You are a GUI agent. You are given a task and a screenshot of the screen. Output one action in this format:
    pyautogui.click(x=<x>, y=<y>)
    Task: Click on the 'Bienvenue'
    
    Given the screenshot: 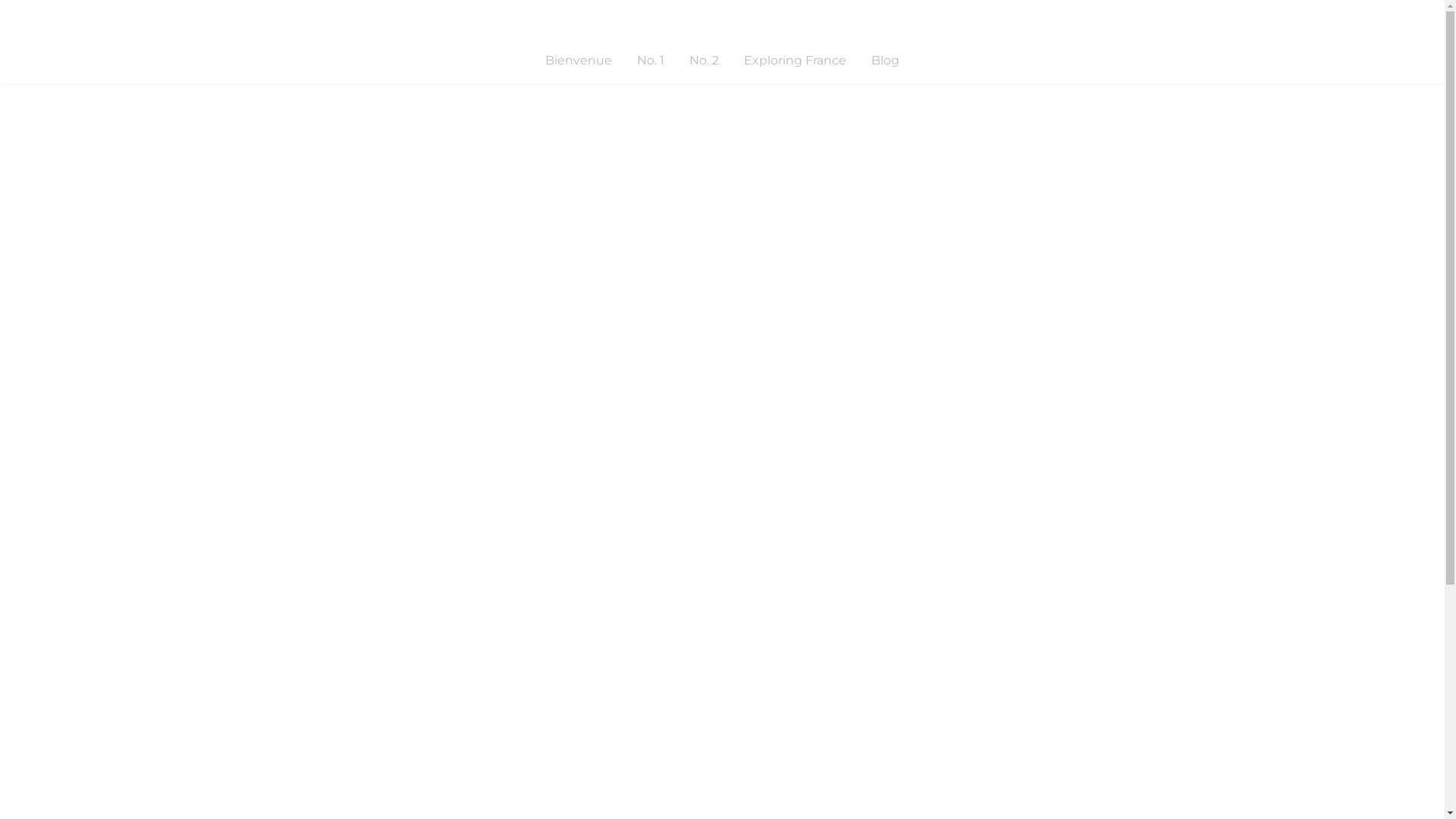 What is the action you would take?
    pyautogui.click(x=578, y=60)
    